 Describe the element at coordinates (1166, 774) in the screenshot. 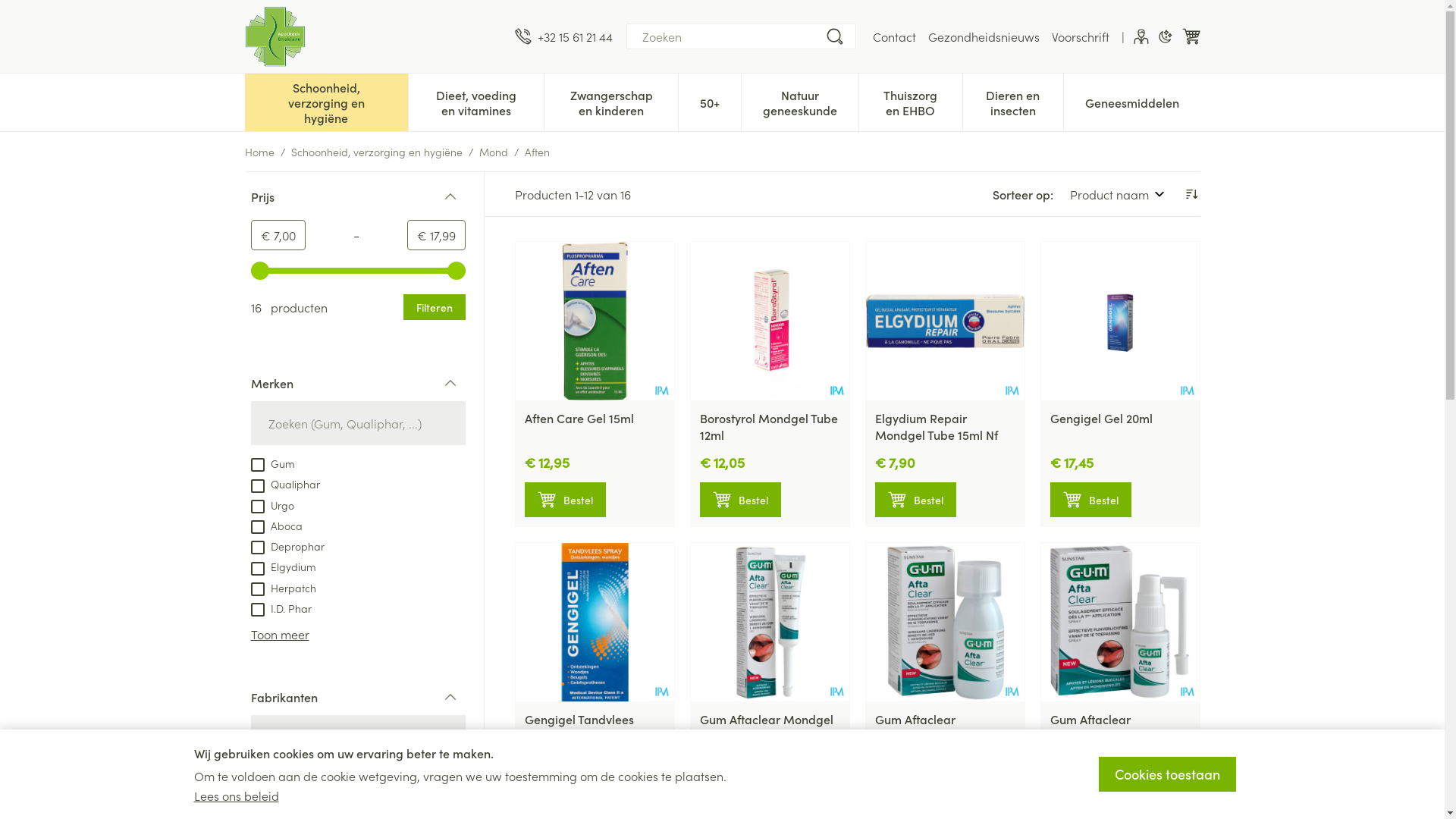

I see `'Cookies toestaan'` at that location.